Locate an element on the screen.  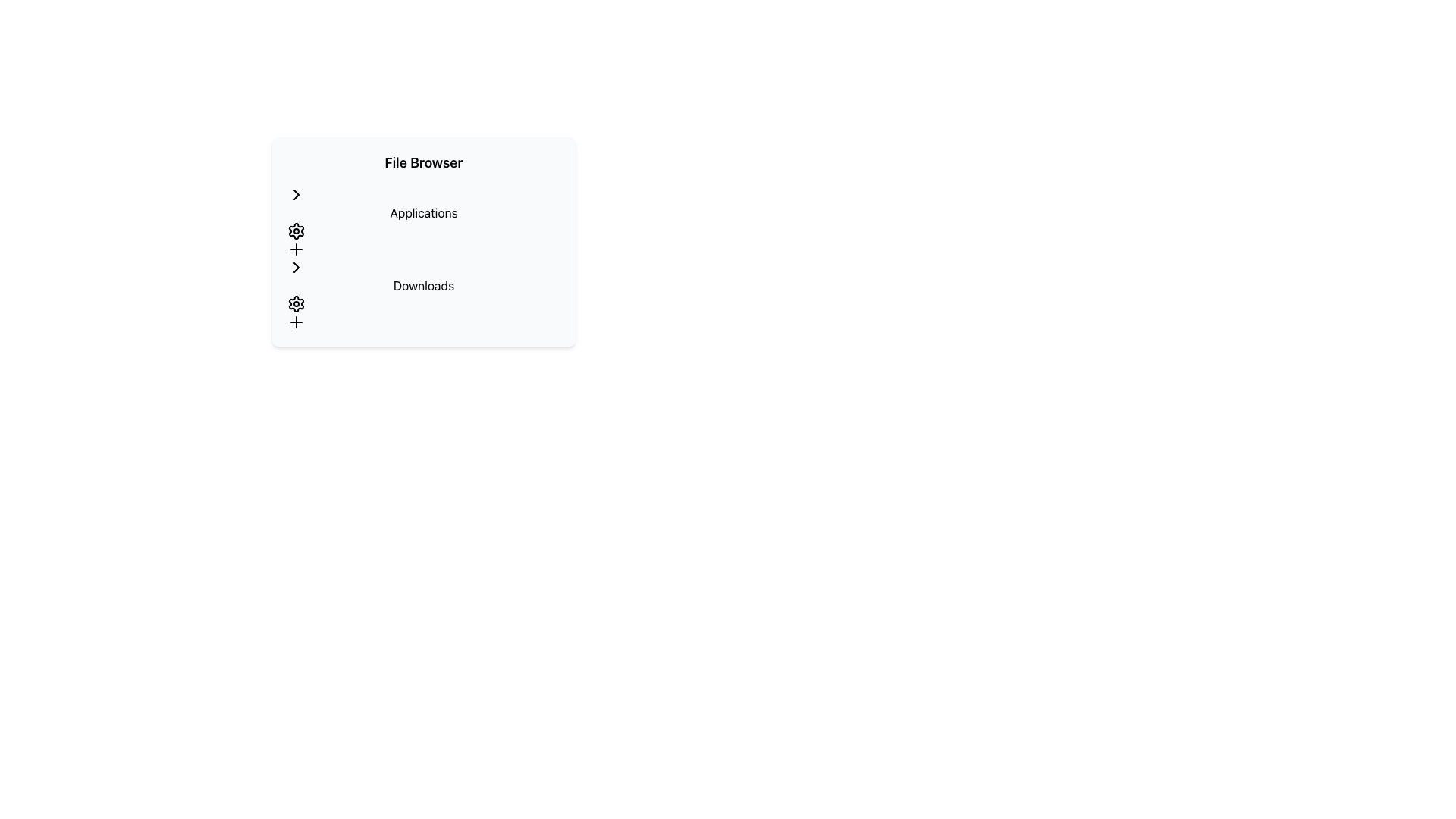
the cogwheel icon located on the left side of a white panel is located at coordinates (296, 231).